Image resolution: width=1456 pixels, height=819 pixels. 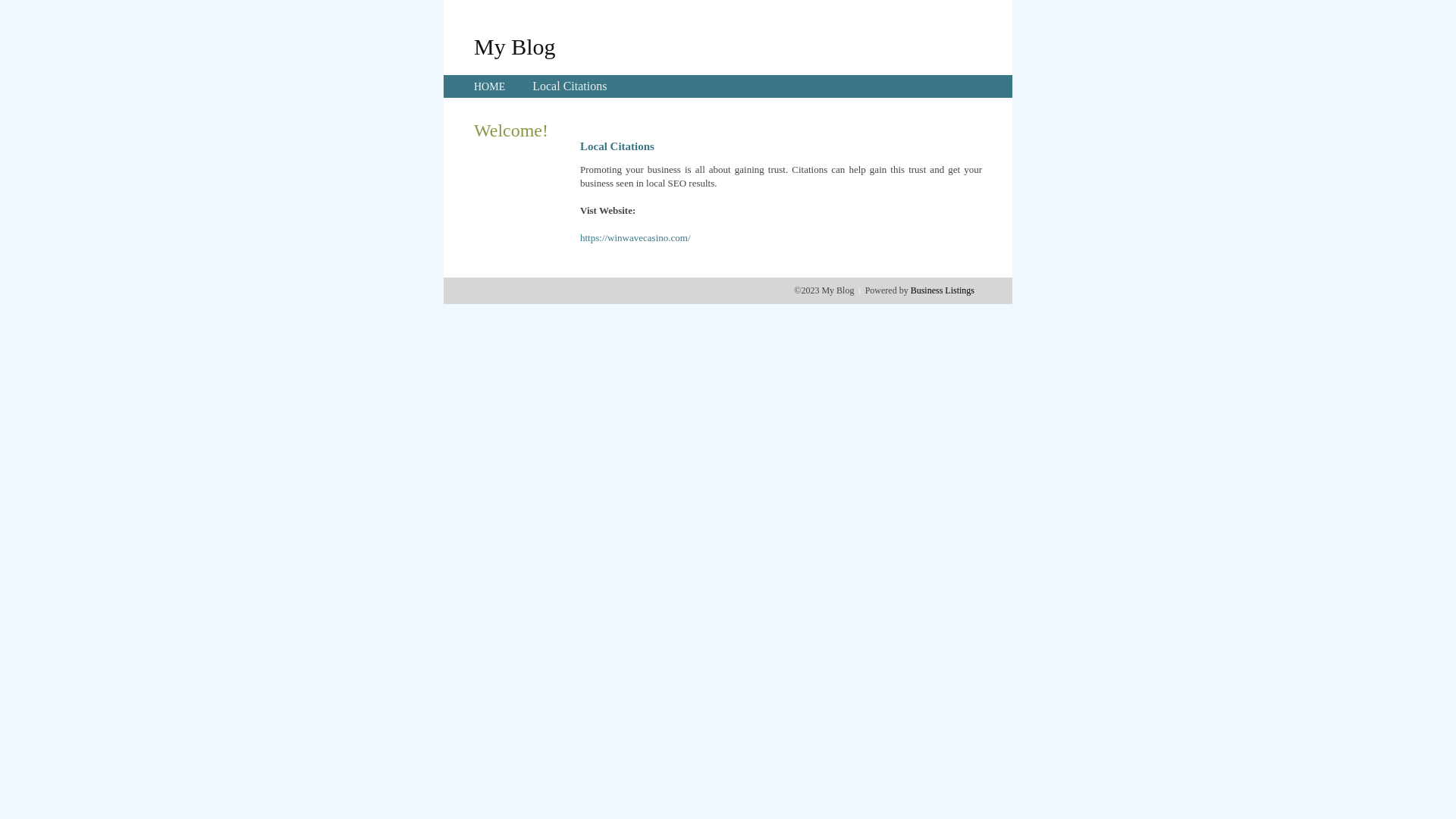 What do you see at coordinates (489, 86) in the screenshot?
I see `'HOME'` at bounding box center [489, 86].